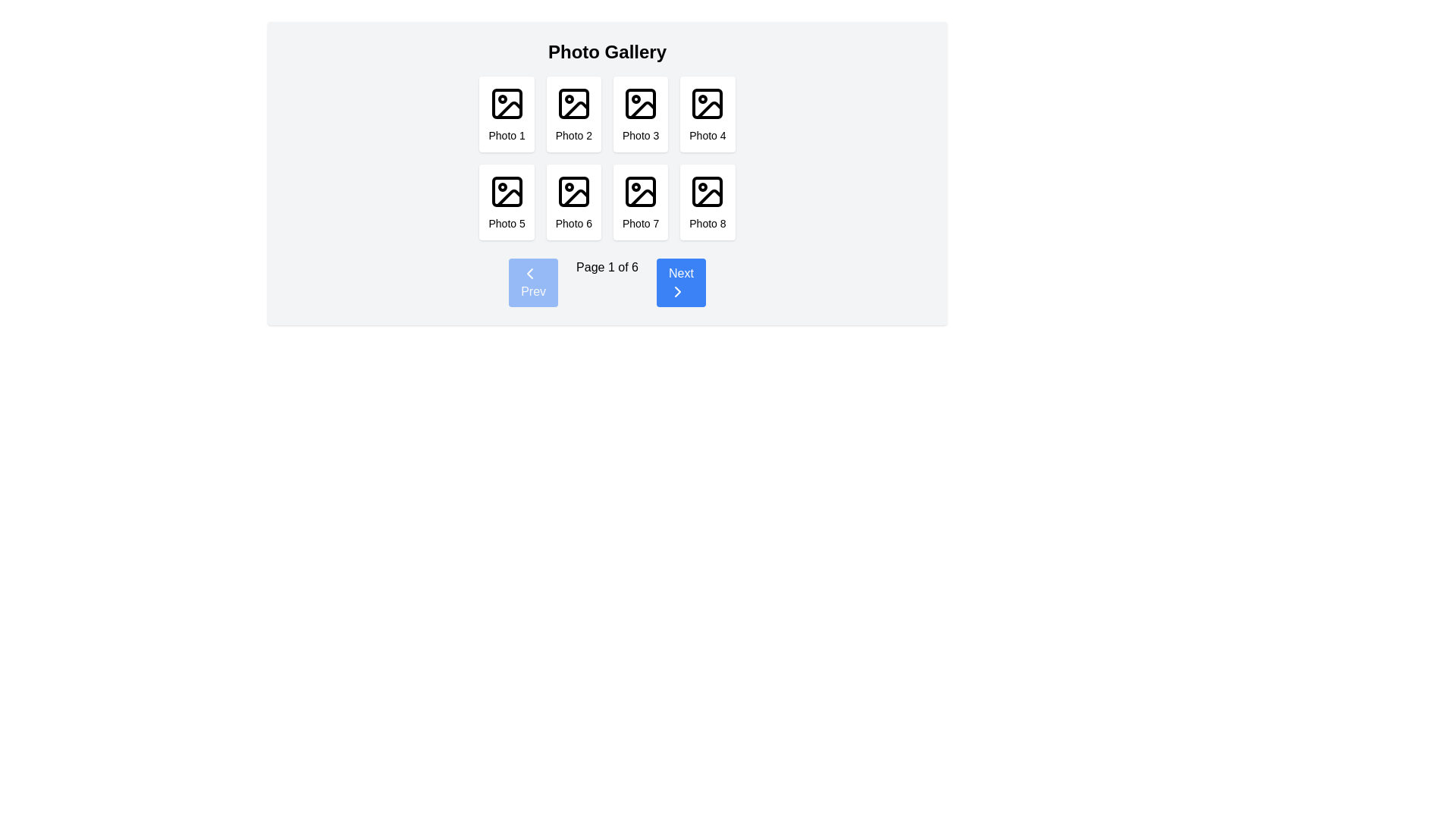 Image resolution: width=1456 pixels, height=819 pixels. Describe the element at coordinates (573, 103) in the screenshot. I see `the black icon styled as a rounded rectangle enclosing a circle and a triangle, located in the second box of the top row in the photo gallery` at that location.